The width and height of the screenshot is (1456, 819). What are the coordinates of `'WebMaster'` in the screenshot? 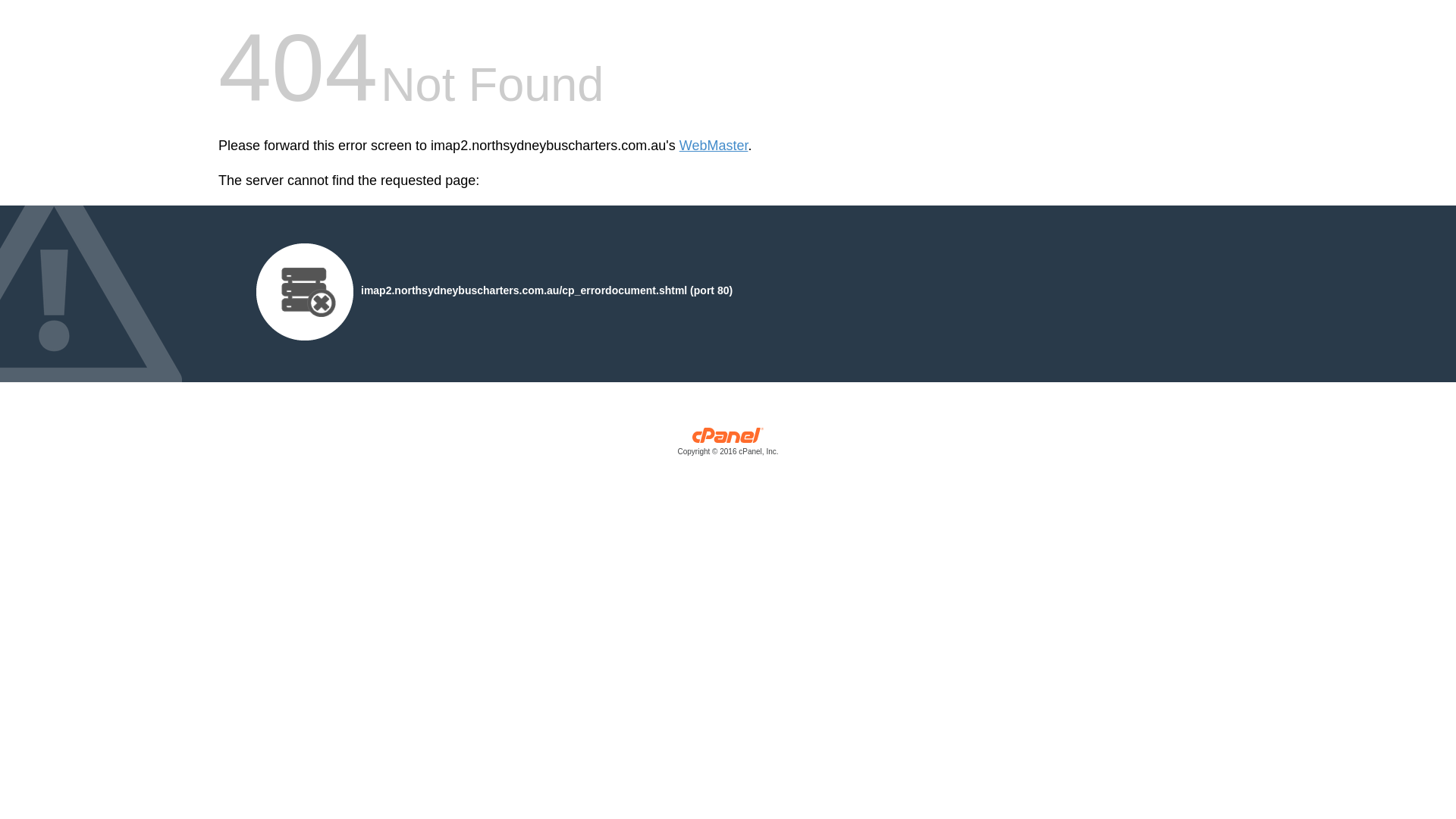 It's located at (679, 146).